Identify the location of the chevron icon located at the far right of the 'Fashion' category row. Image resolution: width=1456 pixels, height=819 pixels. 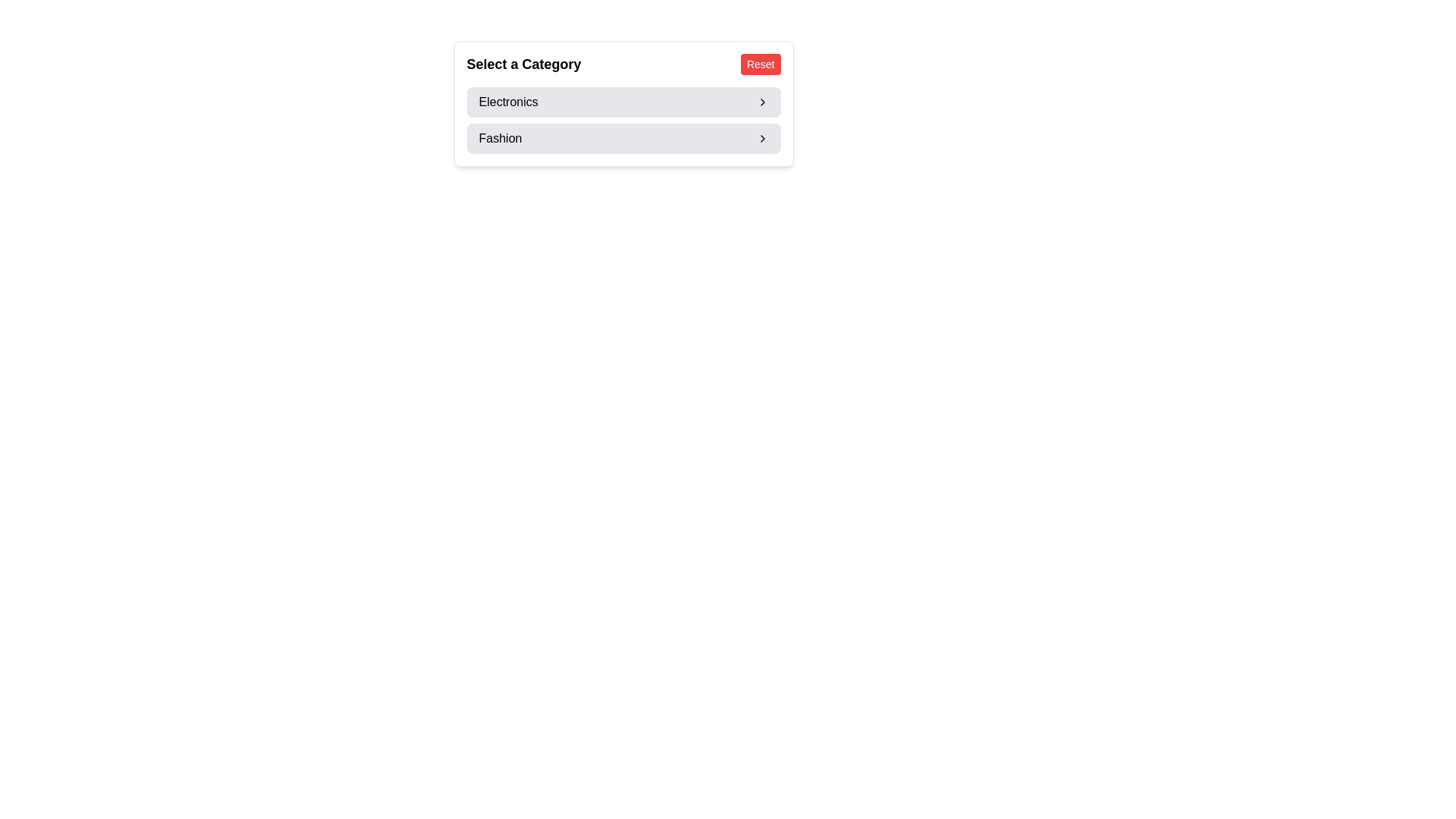
(762, 138).